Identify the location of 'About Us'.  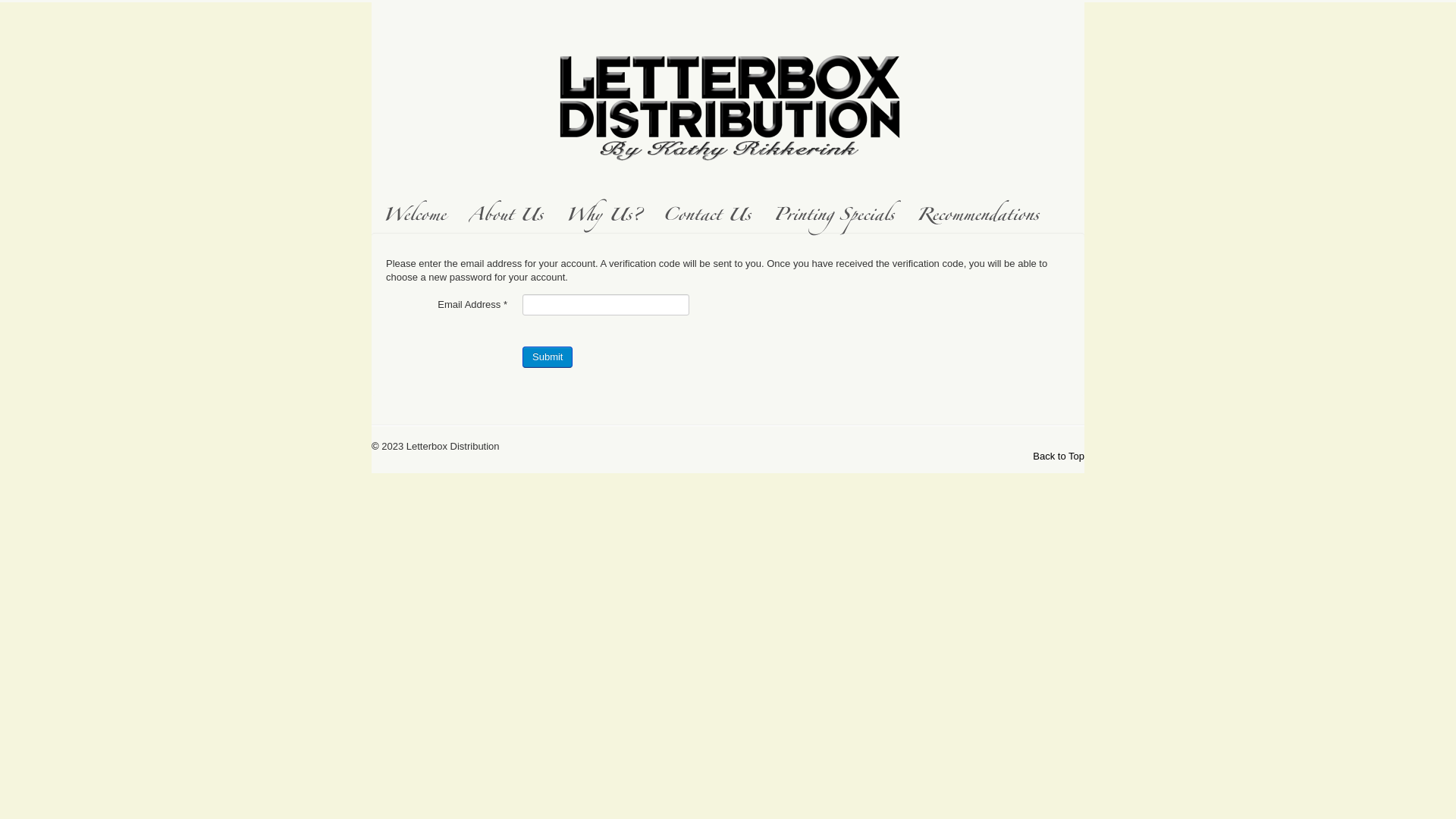
(506, 217).